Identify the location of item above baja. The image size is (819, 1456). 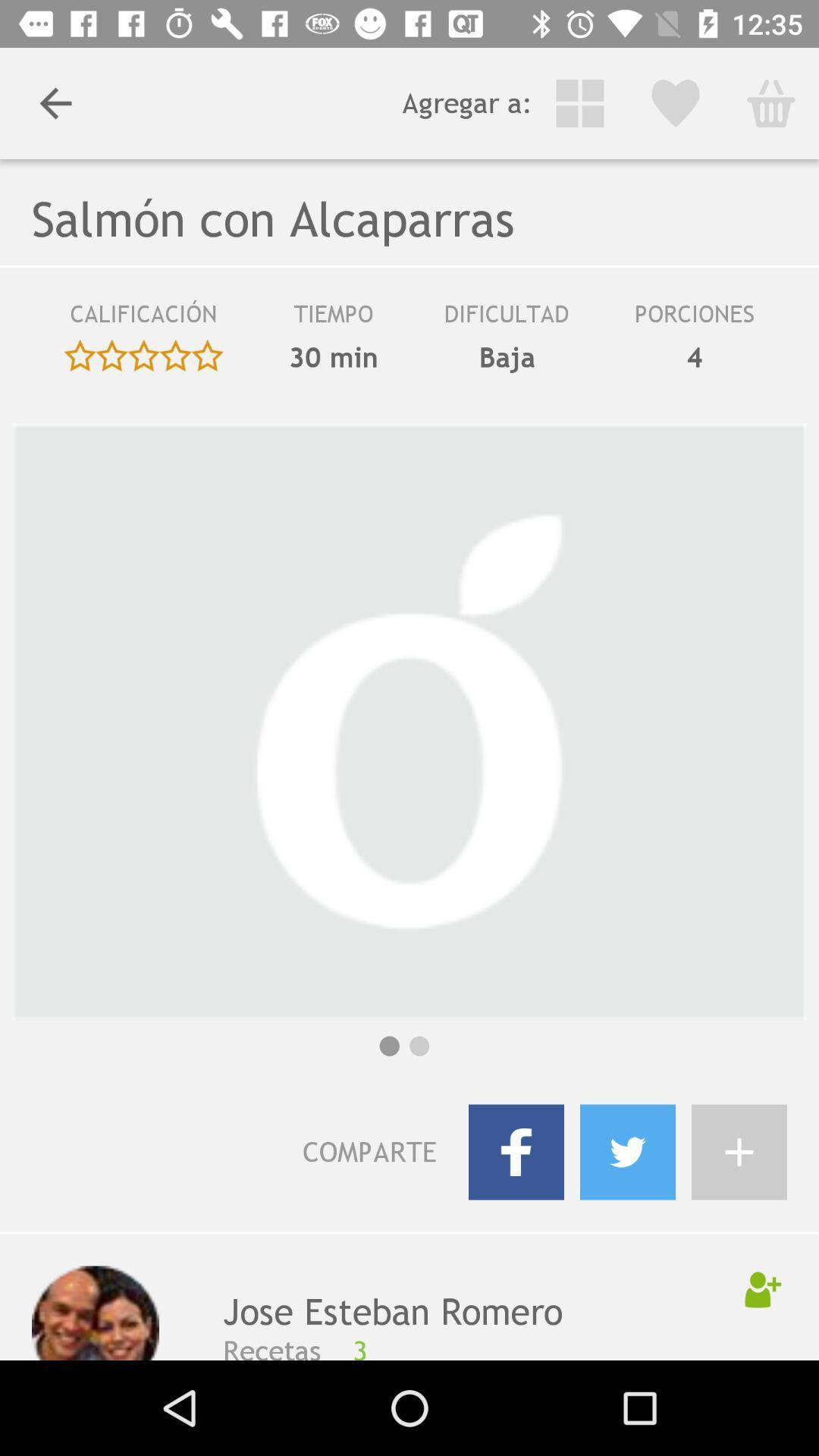
(507, 318).